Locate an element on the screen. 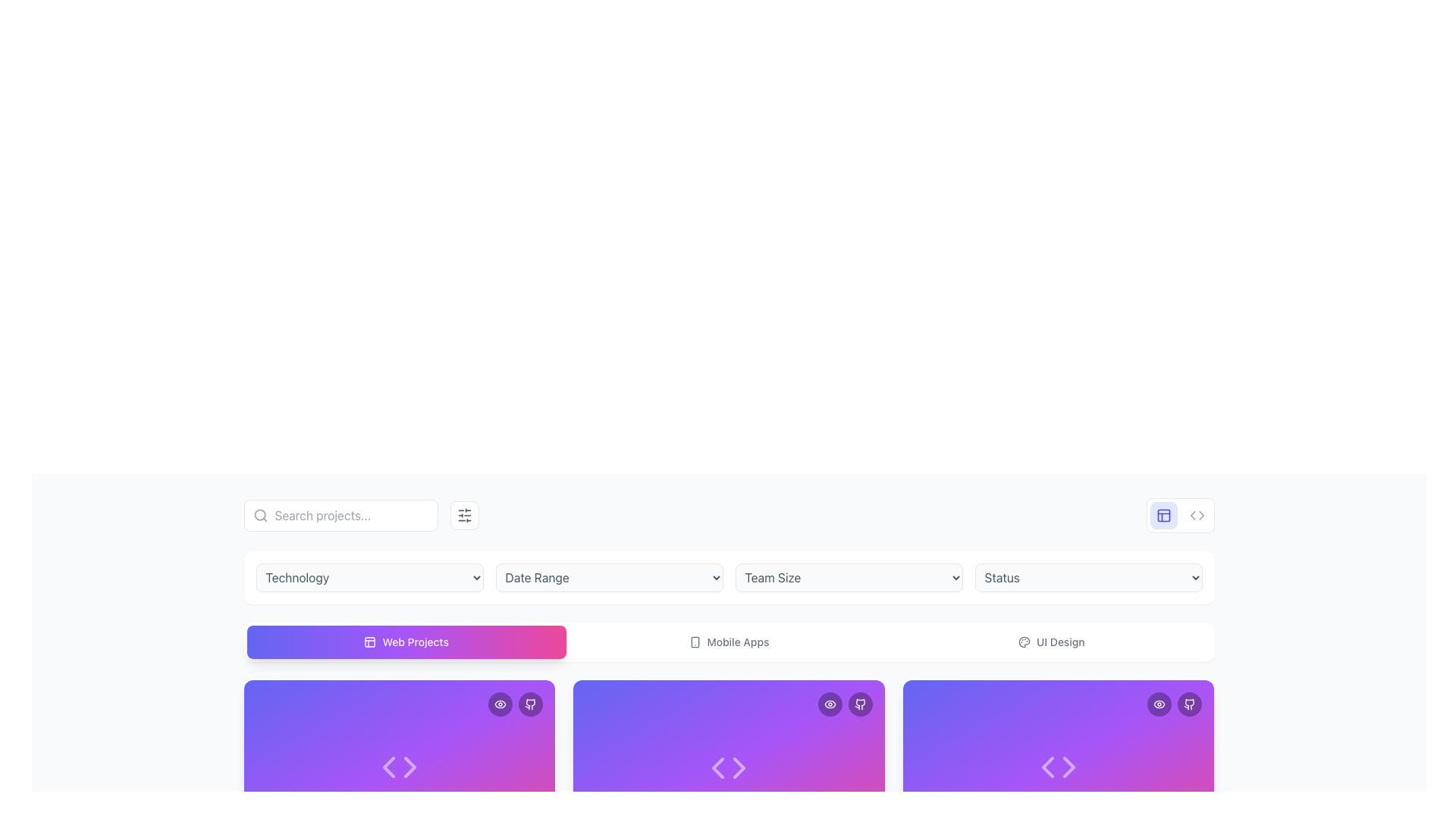  the code-related icon button located in the bottom-right corner of the upper section of the interface is located at coordinates (1196, 514).